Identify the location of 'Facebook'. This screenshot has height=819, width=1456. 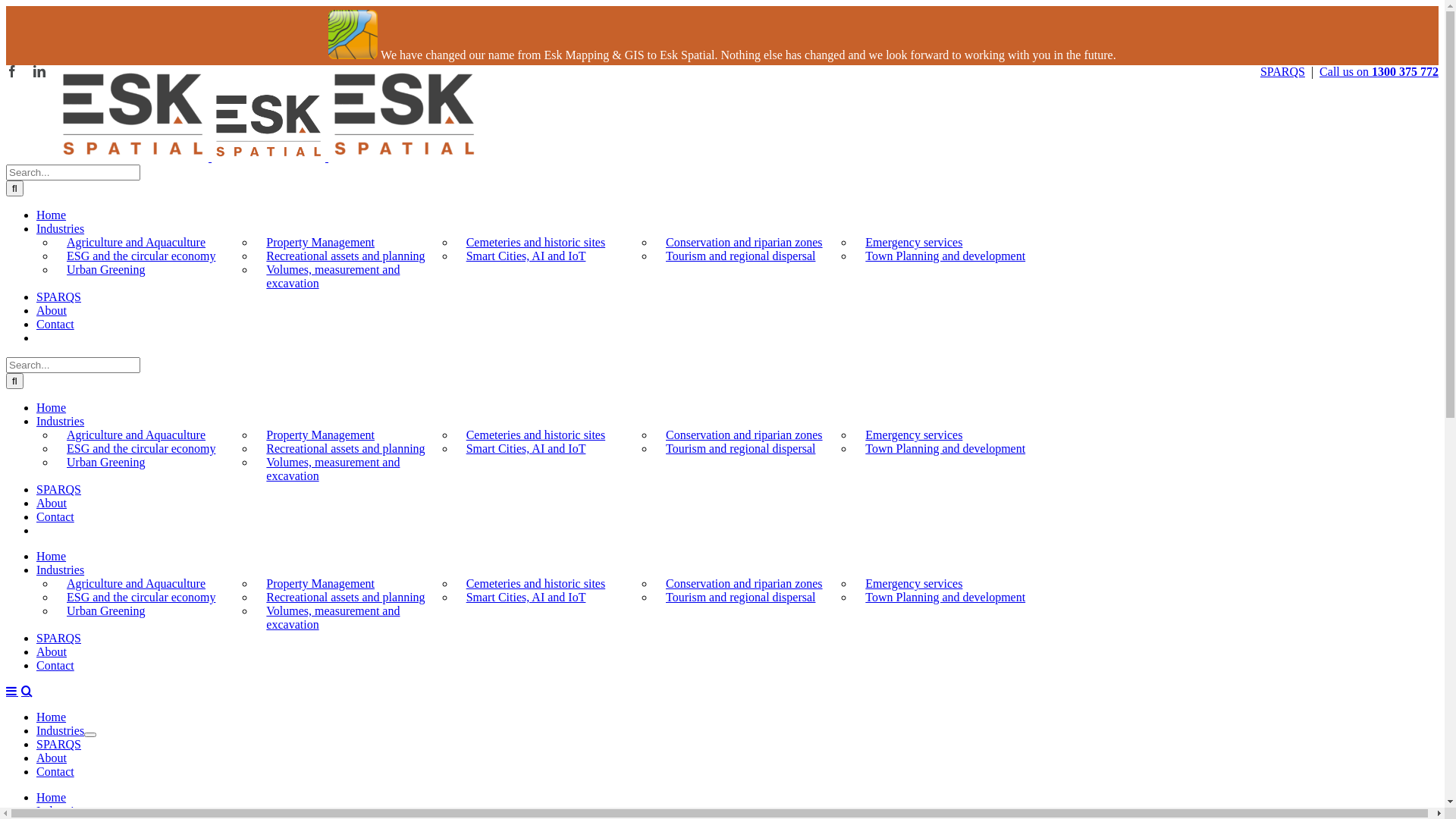
(11, 71).